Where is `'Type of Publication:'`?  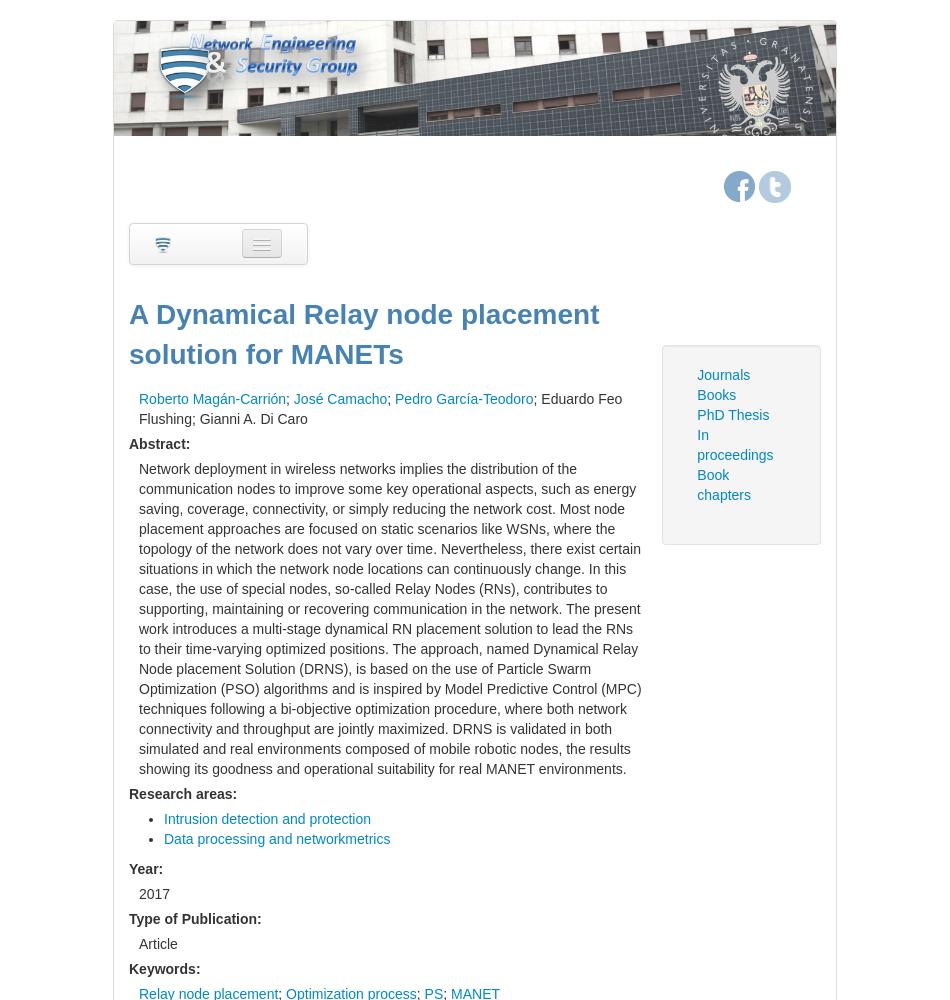
'Type of Publication:' is located at coordinates (195, 918).